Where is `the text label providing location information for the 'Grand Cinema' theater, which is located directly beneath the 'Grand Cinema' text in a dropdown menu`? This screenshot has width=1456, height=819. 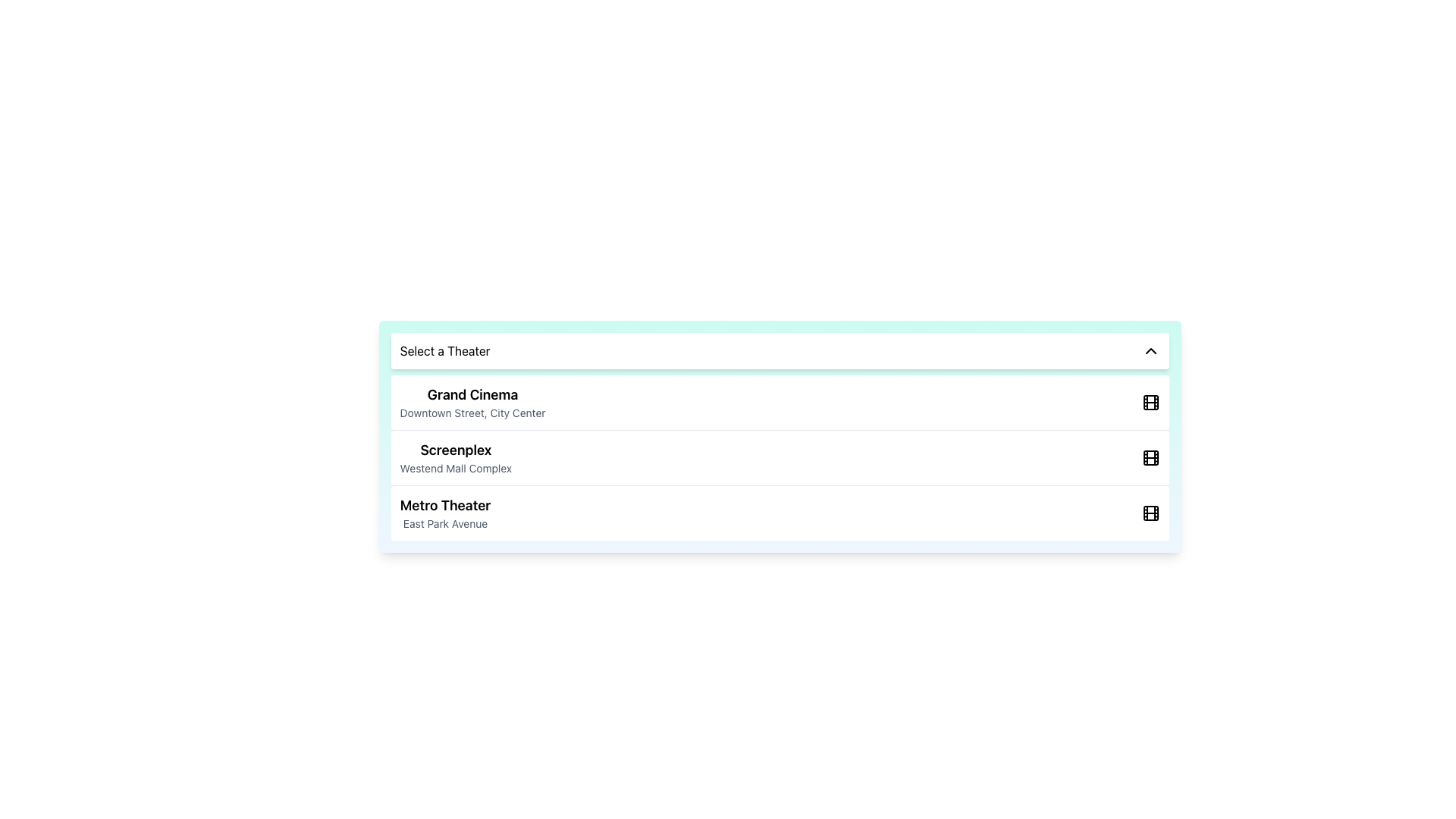 the text label providing location information for the 'Grand Cinema' theater, which is located directly beneath the 'Grand Cinema' text in a dropdown menu is located at coordinates (472, 413).